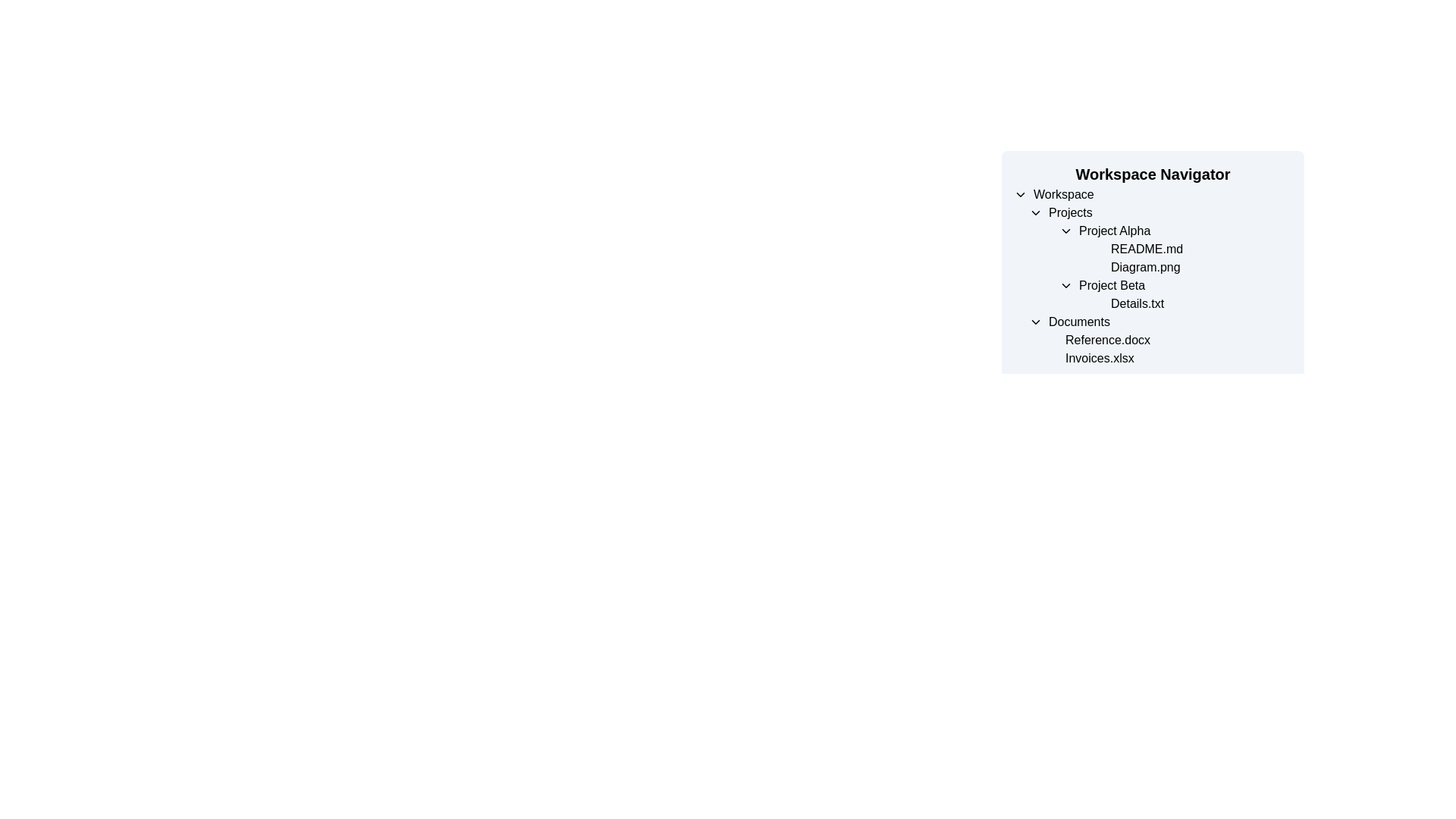 The width and height of the screenshot is (1456, 819). Describe the element at coordinates (1062, 194) in the screenshot. I see `the 'Workspace' text label in the hierarchical navigation menu` at that location.